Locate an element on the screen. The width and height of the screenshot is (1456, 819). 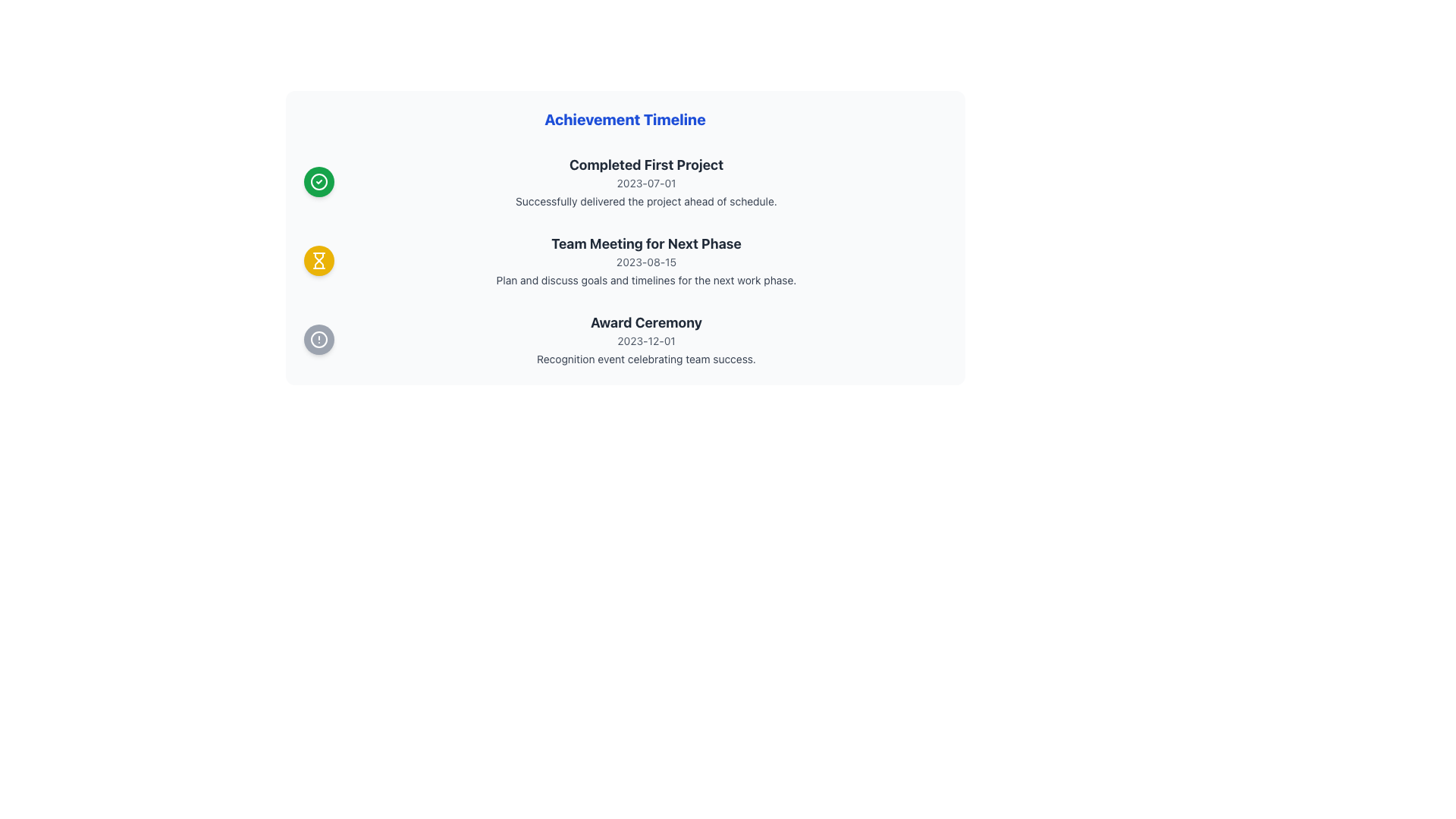
the text label that serves as the heading for the meeting or event, located centrally above the date '2023-08-15' and below 'Achievement Timeline.' is located at coordinates (646, 243).